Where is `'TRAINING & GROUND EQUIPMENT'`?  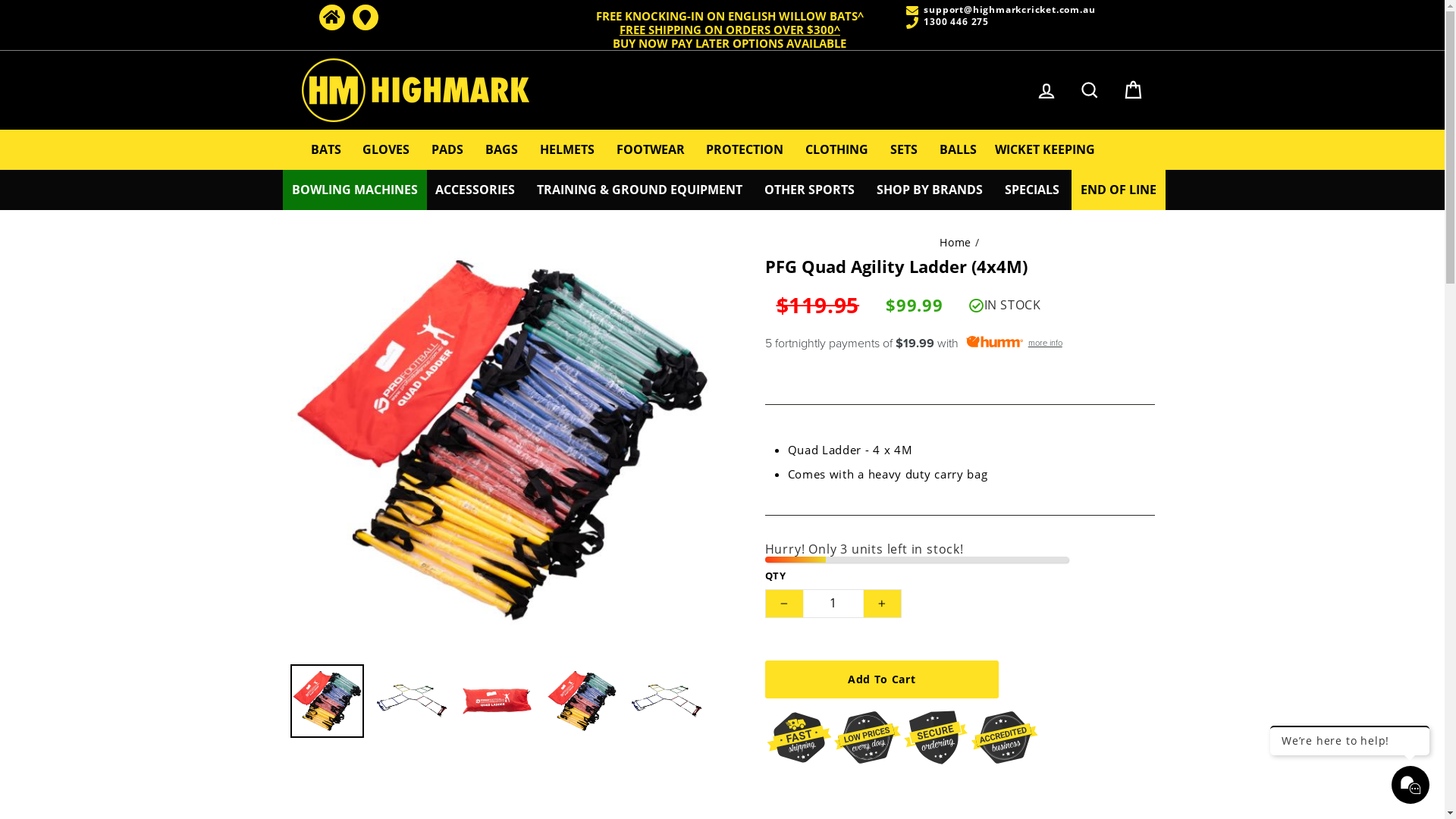 'TRAINING & GROUND EQUIPMENT' is located at coordinates (639, 189).